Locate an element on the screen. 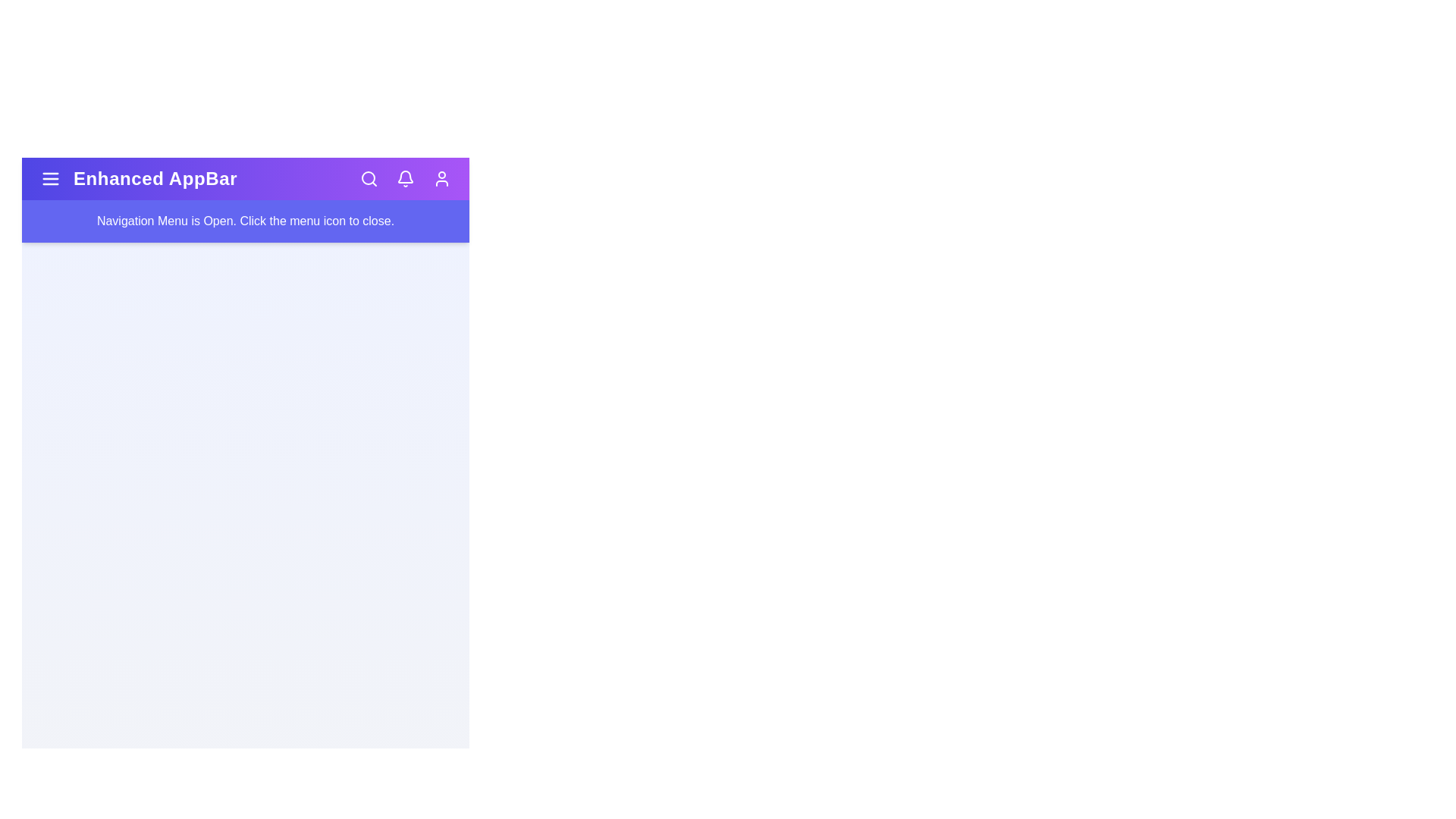  the menu icon to toggle the navigation menu is located at coordinates (51, 177).